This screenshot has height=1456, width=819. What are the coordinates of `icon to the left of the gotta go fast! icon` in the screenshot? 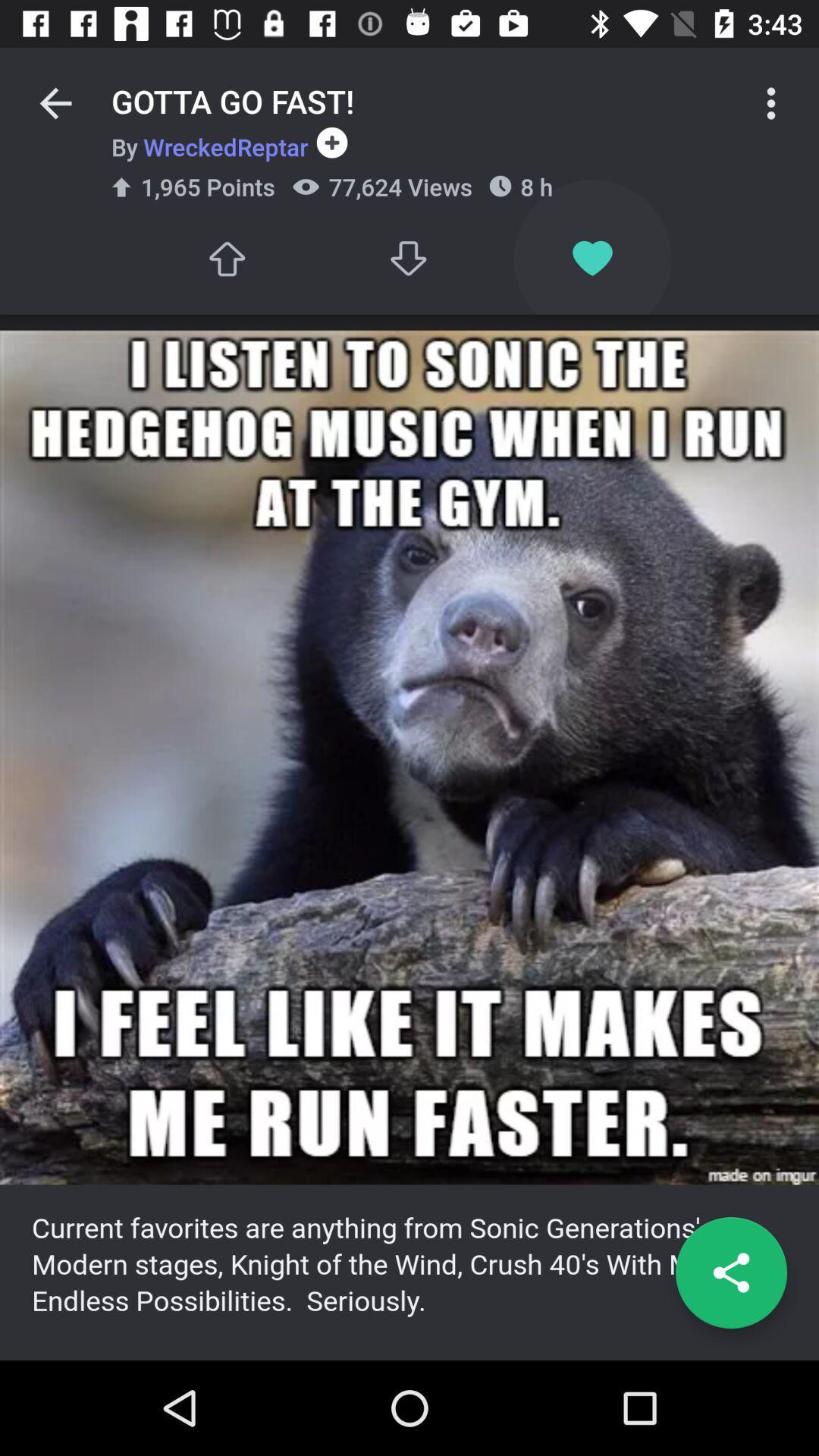 It's located at (55, 102).